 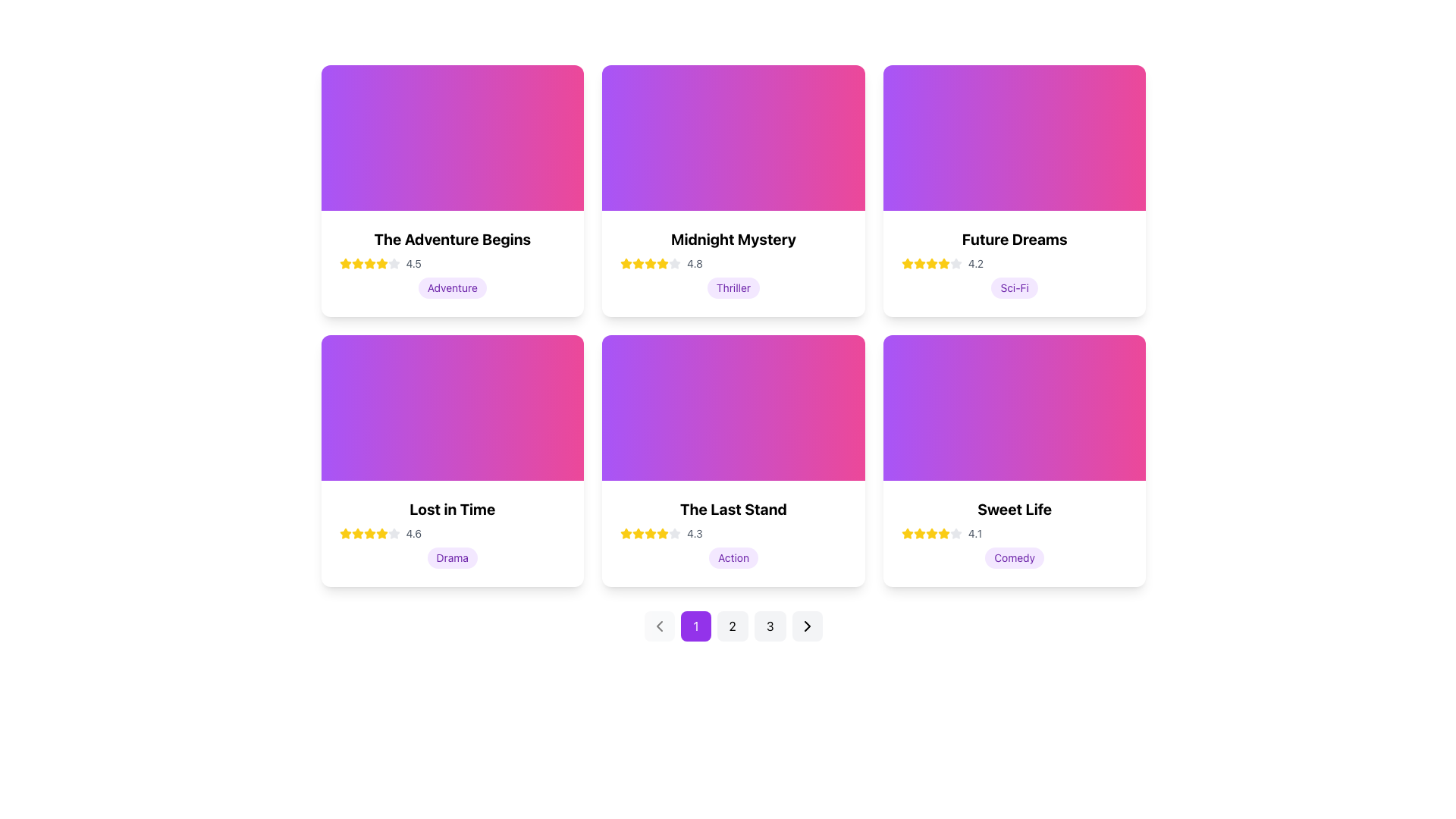 What do you see at coordinates (369, 262) in the screenshot?
I see `the fourth star icon in the rating system located underneath the card titled 'The Adventure Begins'` at bounding box center [369, 262].